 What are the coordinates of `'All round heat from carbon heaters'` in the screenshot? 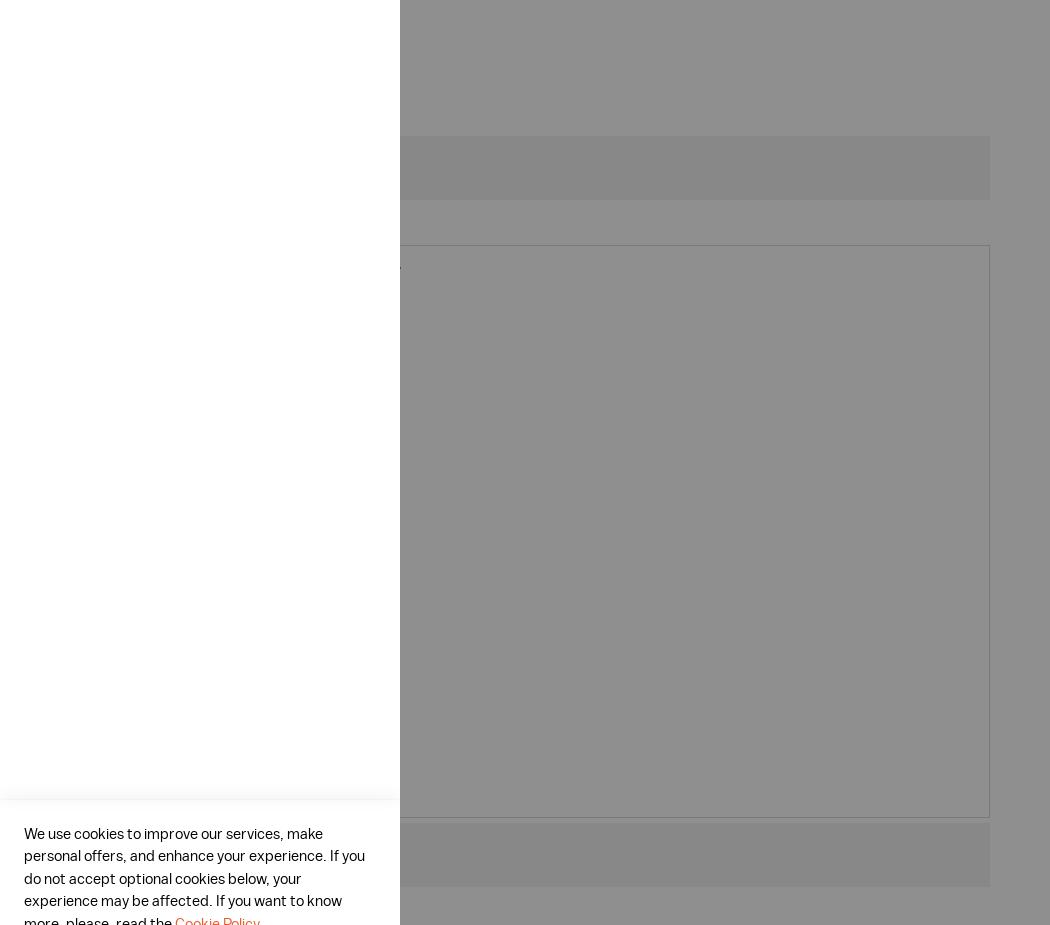 It's located at (220, 451).